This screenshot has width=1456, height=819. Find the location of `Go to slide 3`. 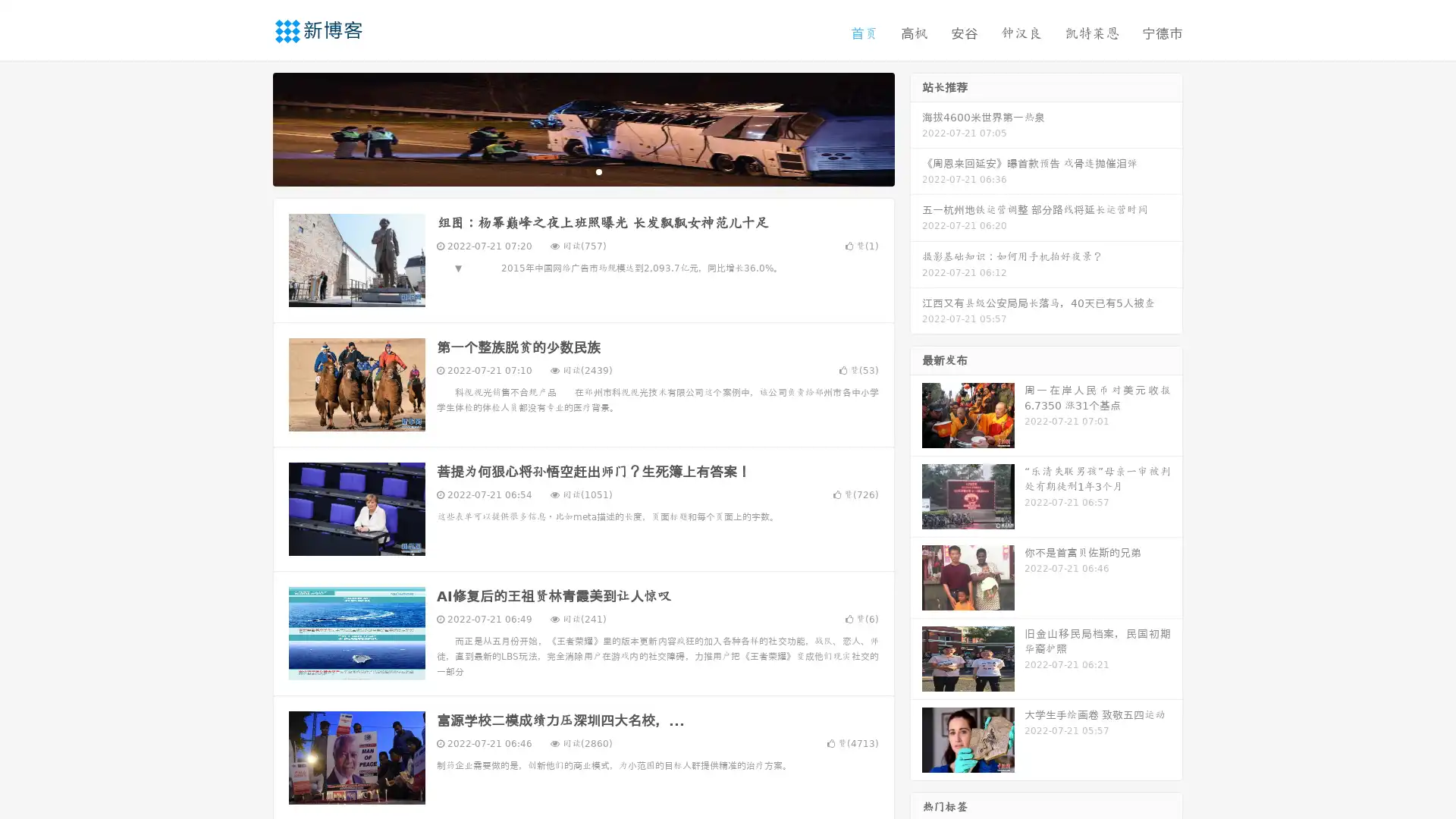

Go to slide 3 is located at coordinates (598, 171).